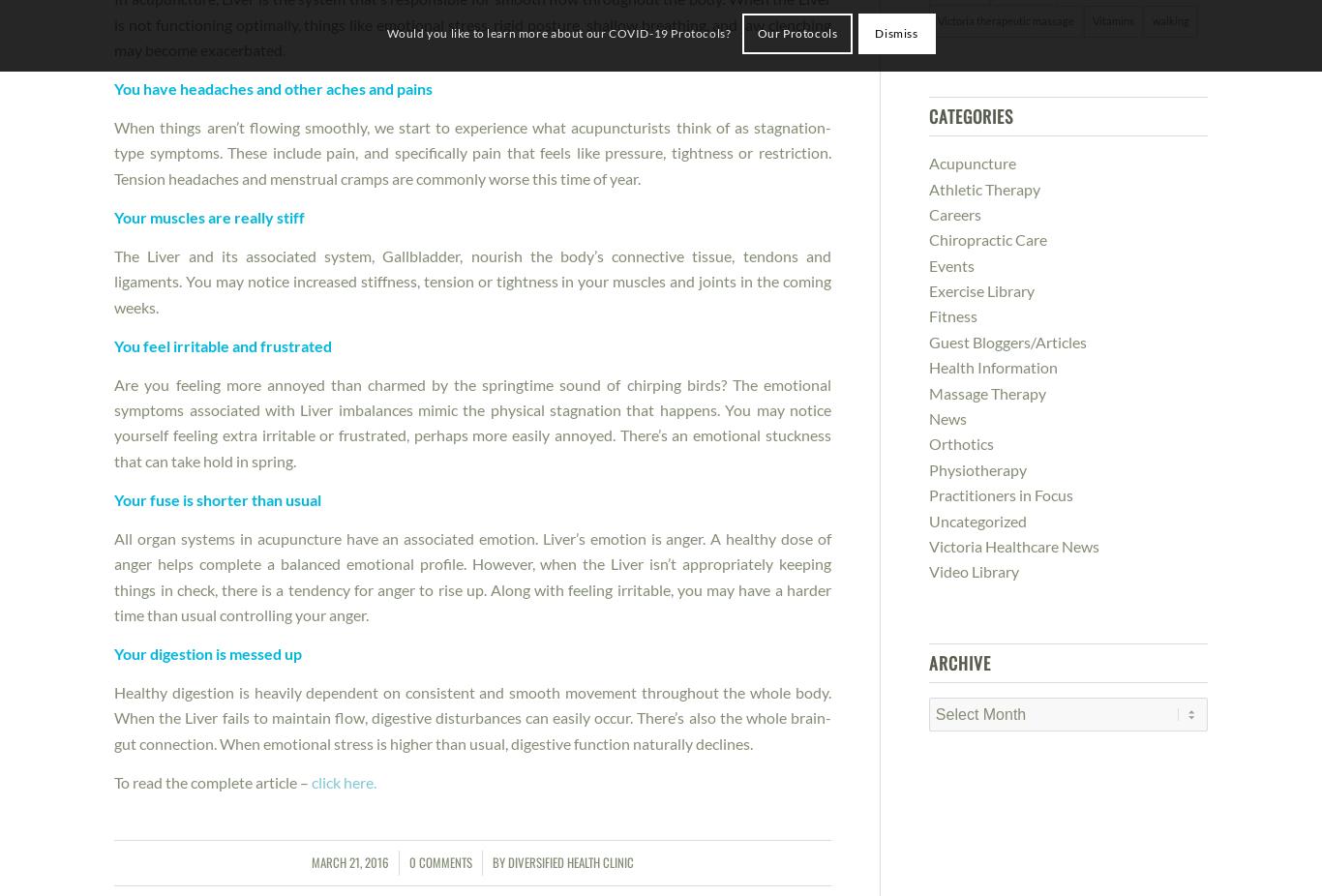 This screenshot has height=896, width=1322. Describe the element at coordinates (471, 151) in the screenshot. I see `'When things aren’t flowing smoothly, we start to experience what acupuncturists think of as stagnation-type symptoms. These include pain, and specifically pain that feels like pressure, tightness or restriction. Tension headaches and menstrual cramps are commonly worse this time of year.'` at that location.